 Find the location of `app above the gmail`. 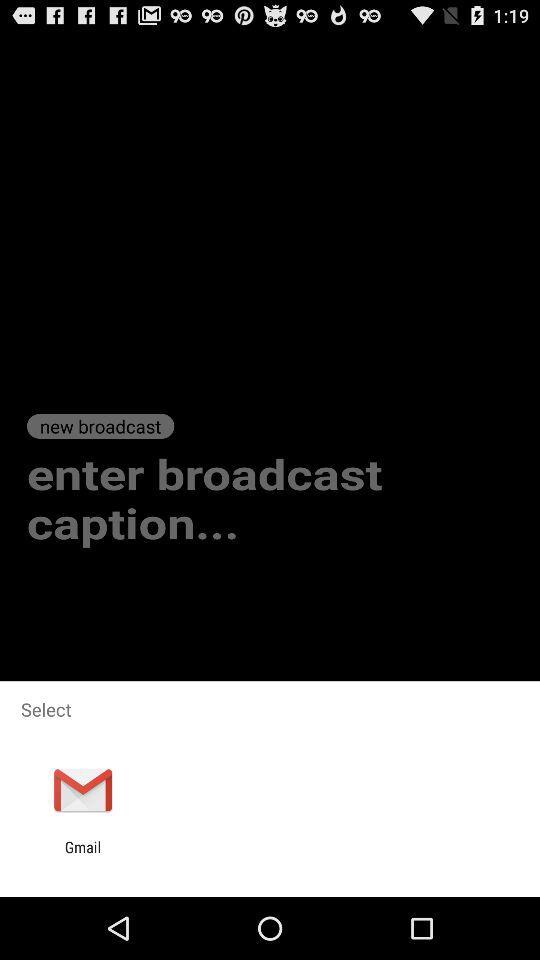

app above the gmail is located at coordinates (82, 790).